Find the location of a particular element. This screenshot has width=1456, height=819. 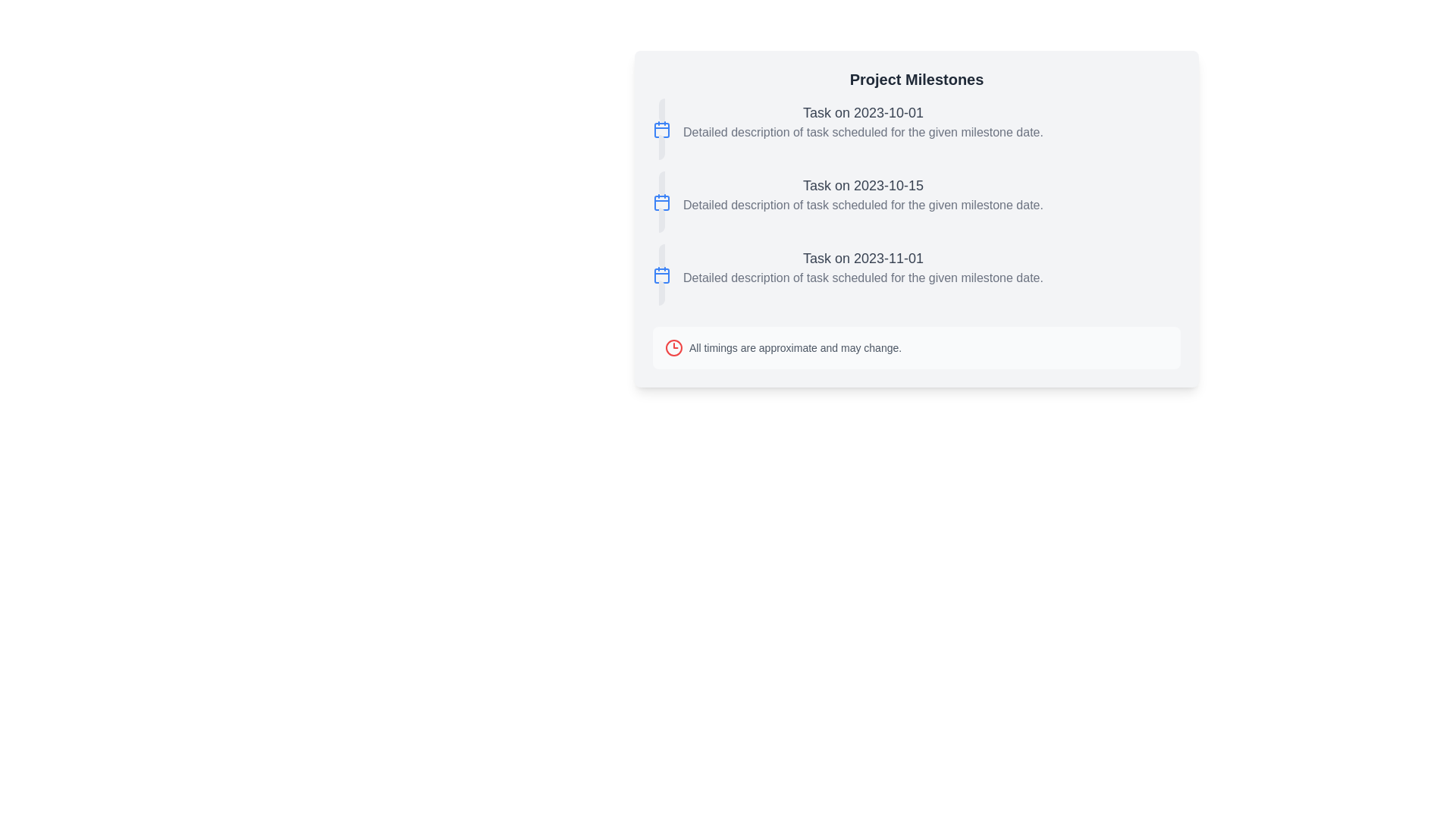

the second task description item which has the title 'Task on 2023-10-15' and a subtext detailing the task scheduled for the milestone date is located at coordinates (863, 194).